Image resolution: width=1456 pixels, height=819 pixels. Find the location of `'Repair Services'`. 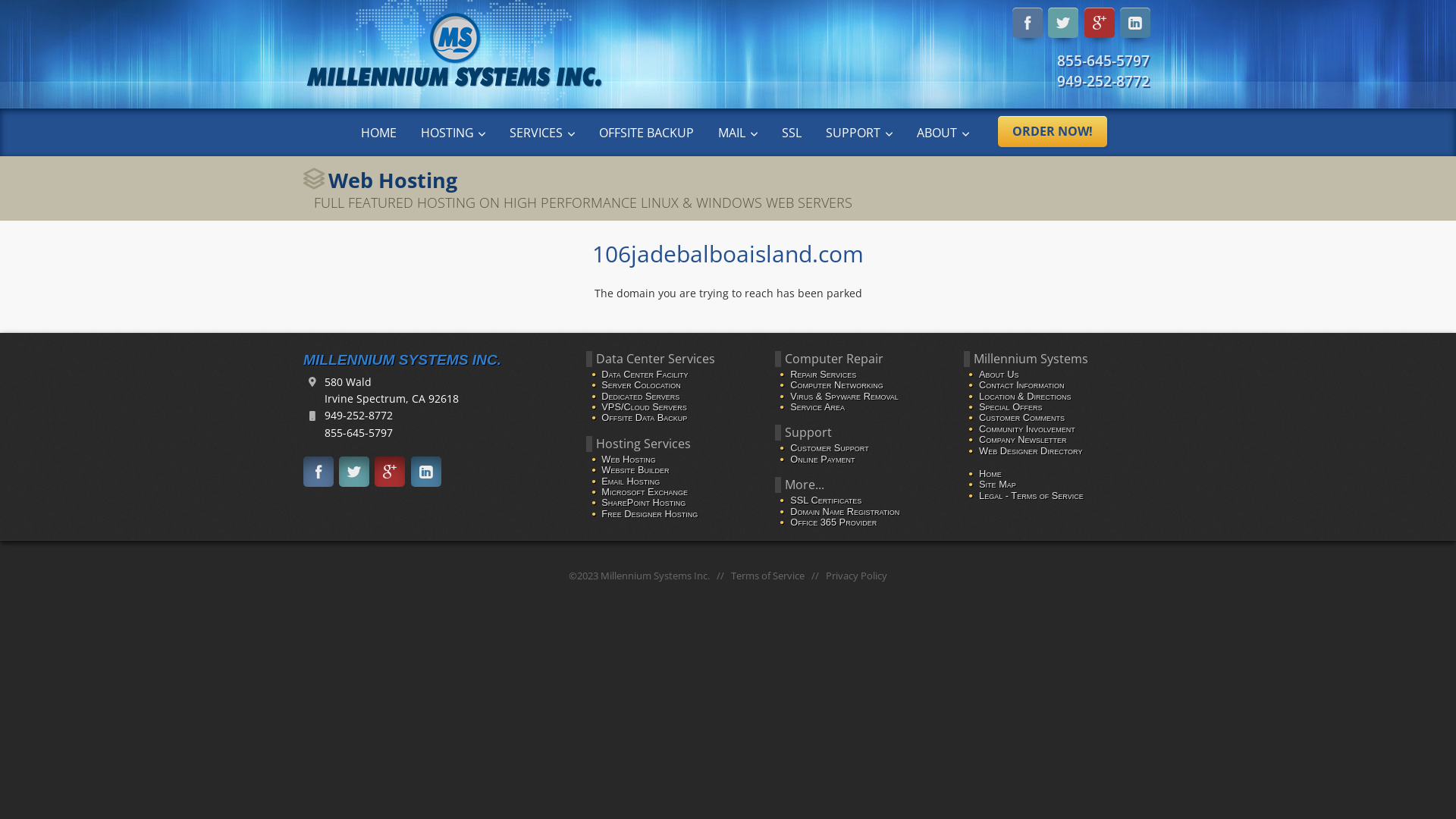

'Repair Services' is located at coordinates (822, 374).